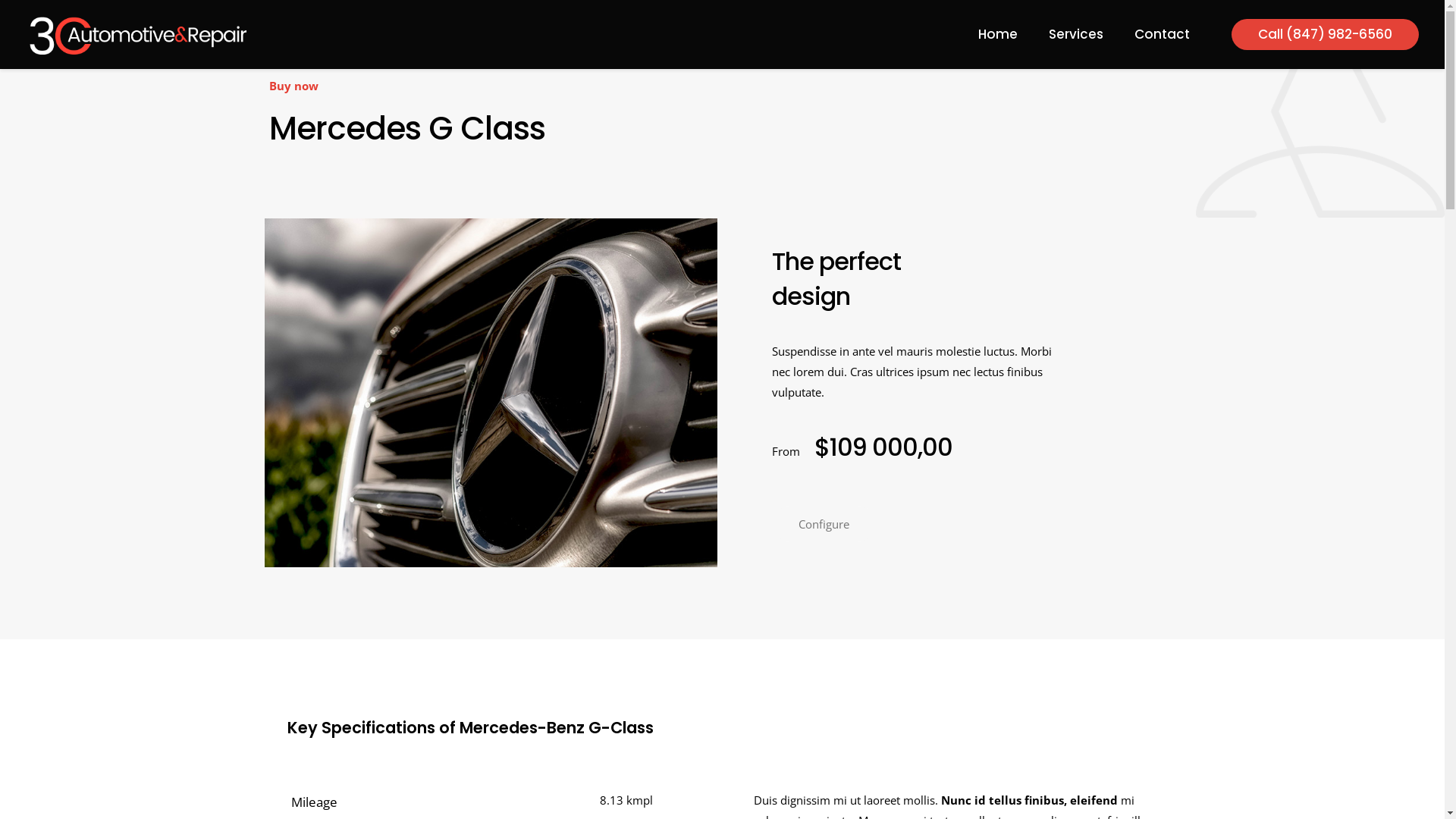 Image resolution: width=1456 pixels, height=819 pixels. Describe the element at coordinates (1161, 34) in the screenshot. I see `'Contact'` at that location.